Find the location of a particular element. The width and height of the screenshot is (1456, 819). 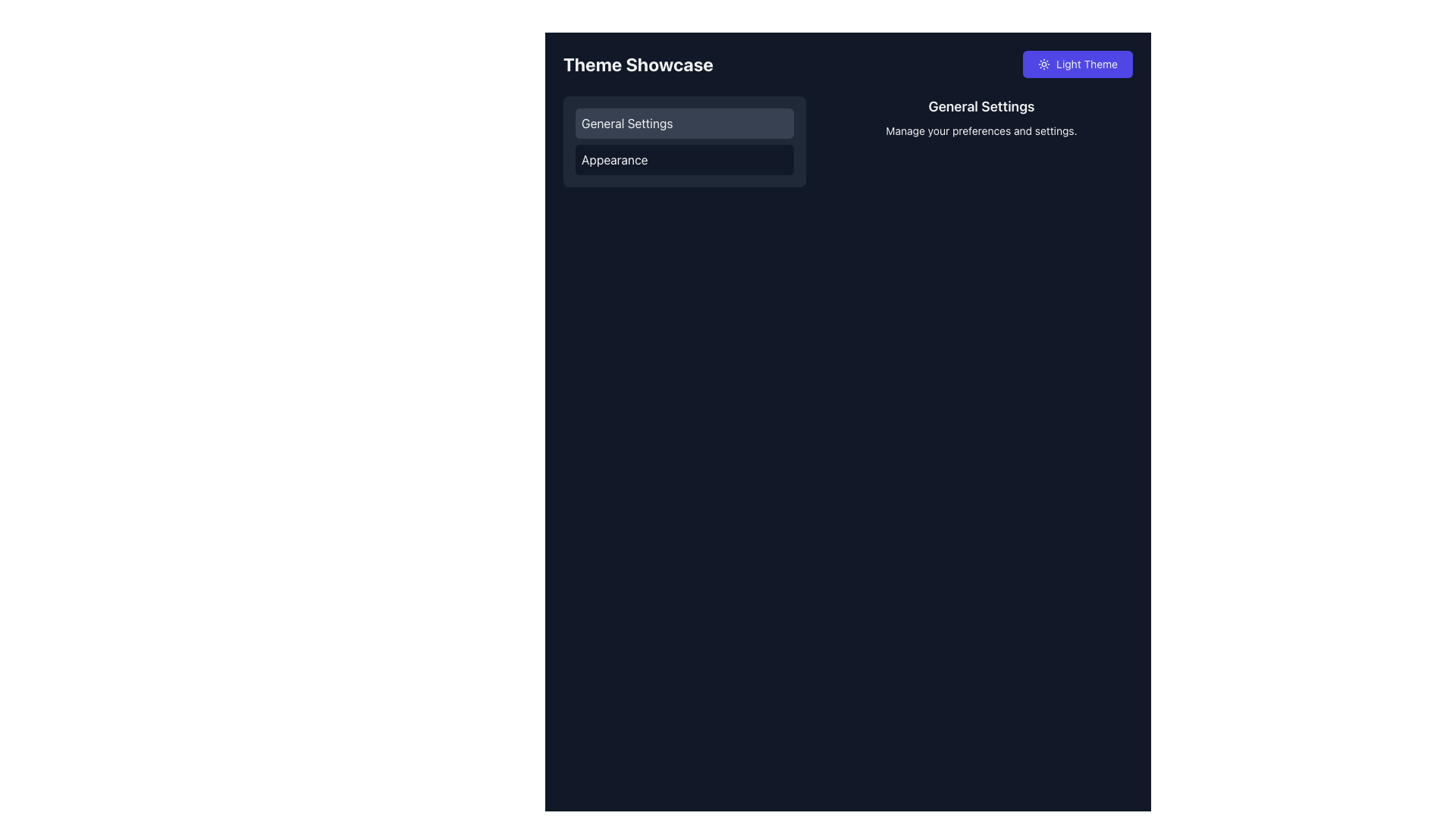

the heading text that serves as a title for the section, positioned centrally above the sibling text 'Manage your preferences and settings.' is located at coordinates (981, 106).